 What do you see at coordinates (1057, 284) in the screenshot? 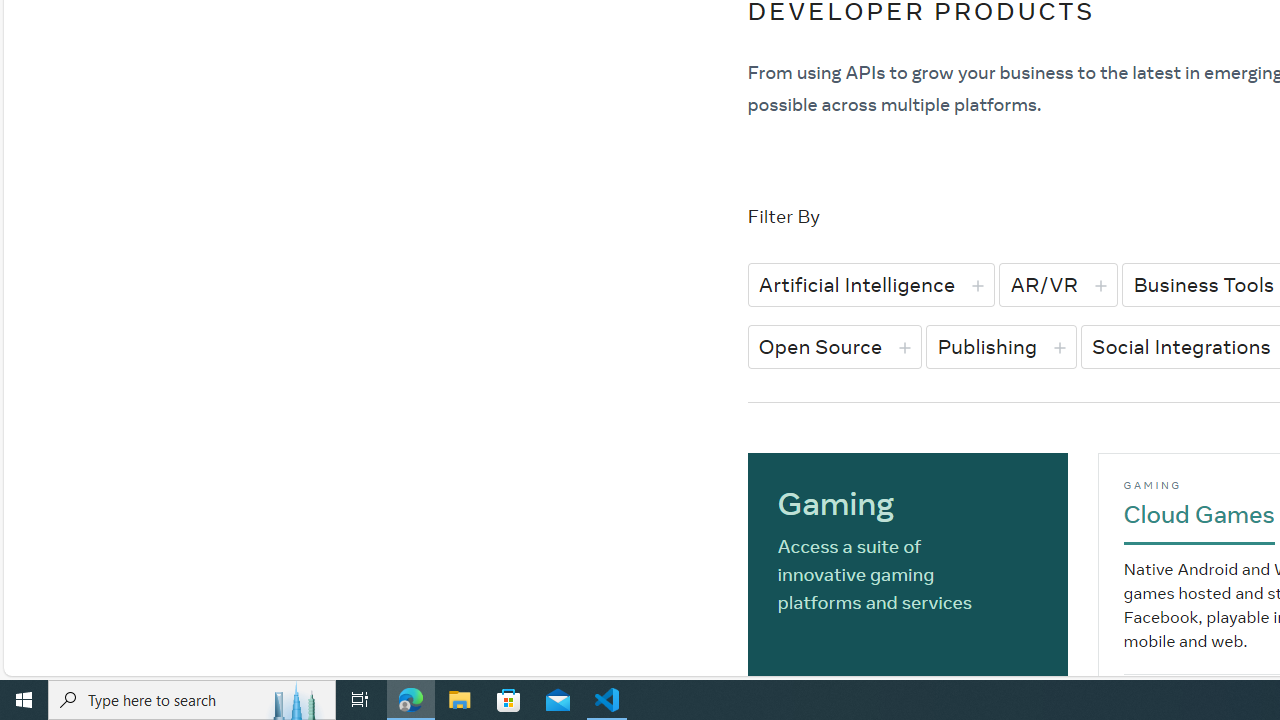
I see `'AR/VR'` at bounding box center [1057, 284].